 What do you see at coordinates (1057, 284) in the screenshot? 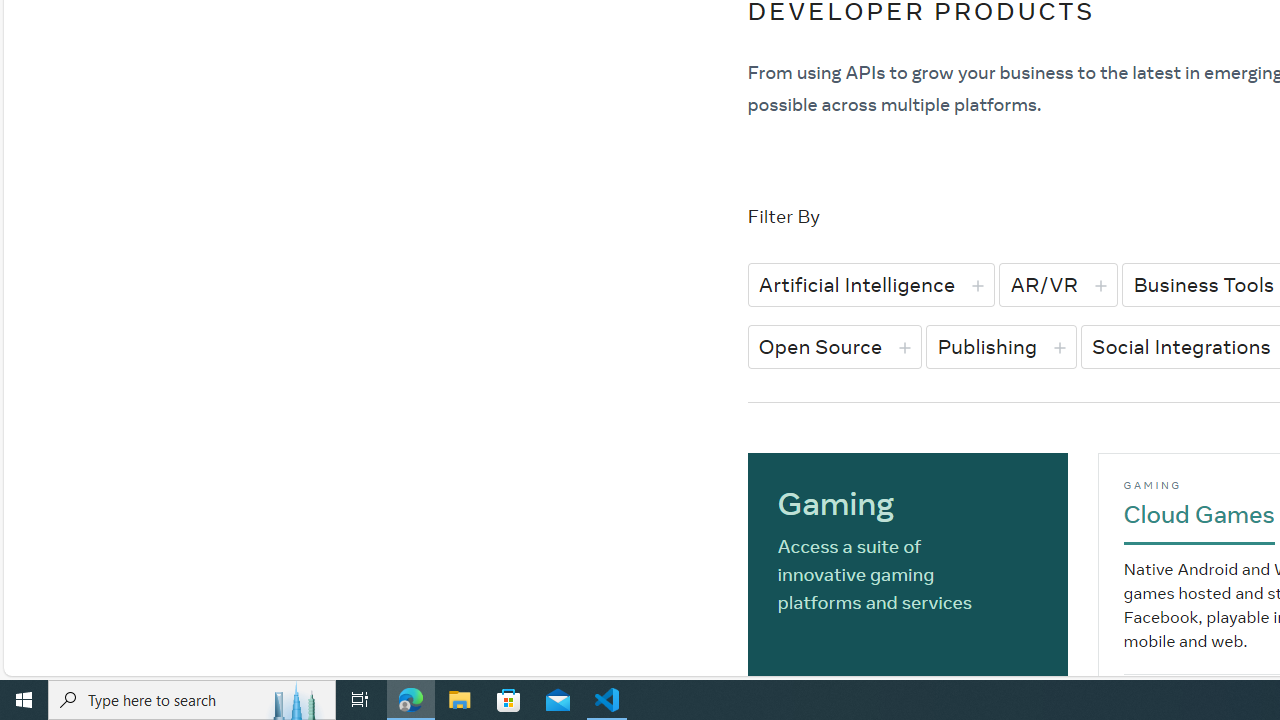
I see `'AR/VR'` at bounding box center [1057, 284].